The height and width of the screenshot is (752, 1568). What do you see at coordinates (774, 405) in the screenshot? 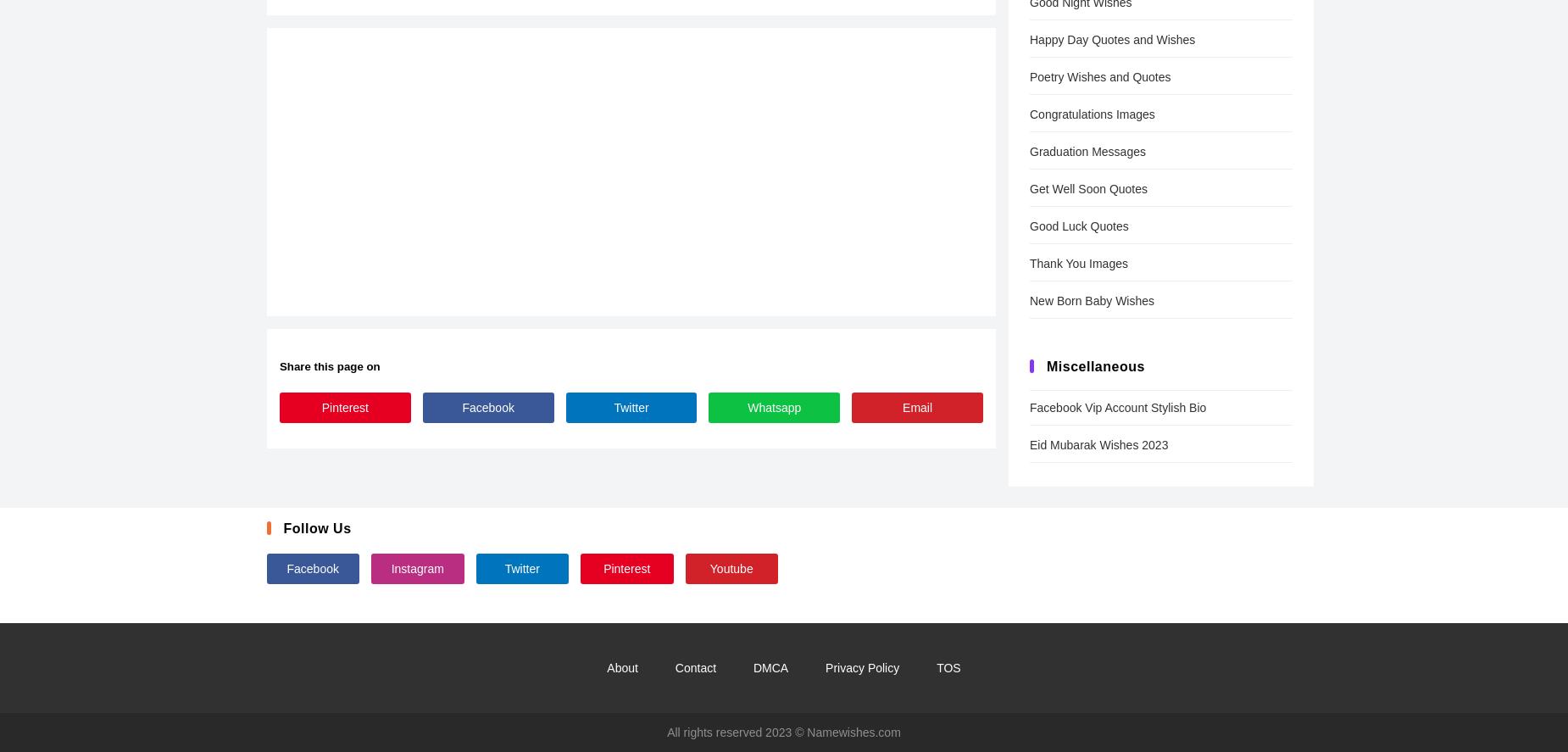
I see `'Whatsapp'` at bounding box center [774, 405].